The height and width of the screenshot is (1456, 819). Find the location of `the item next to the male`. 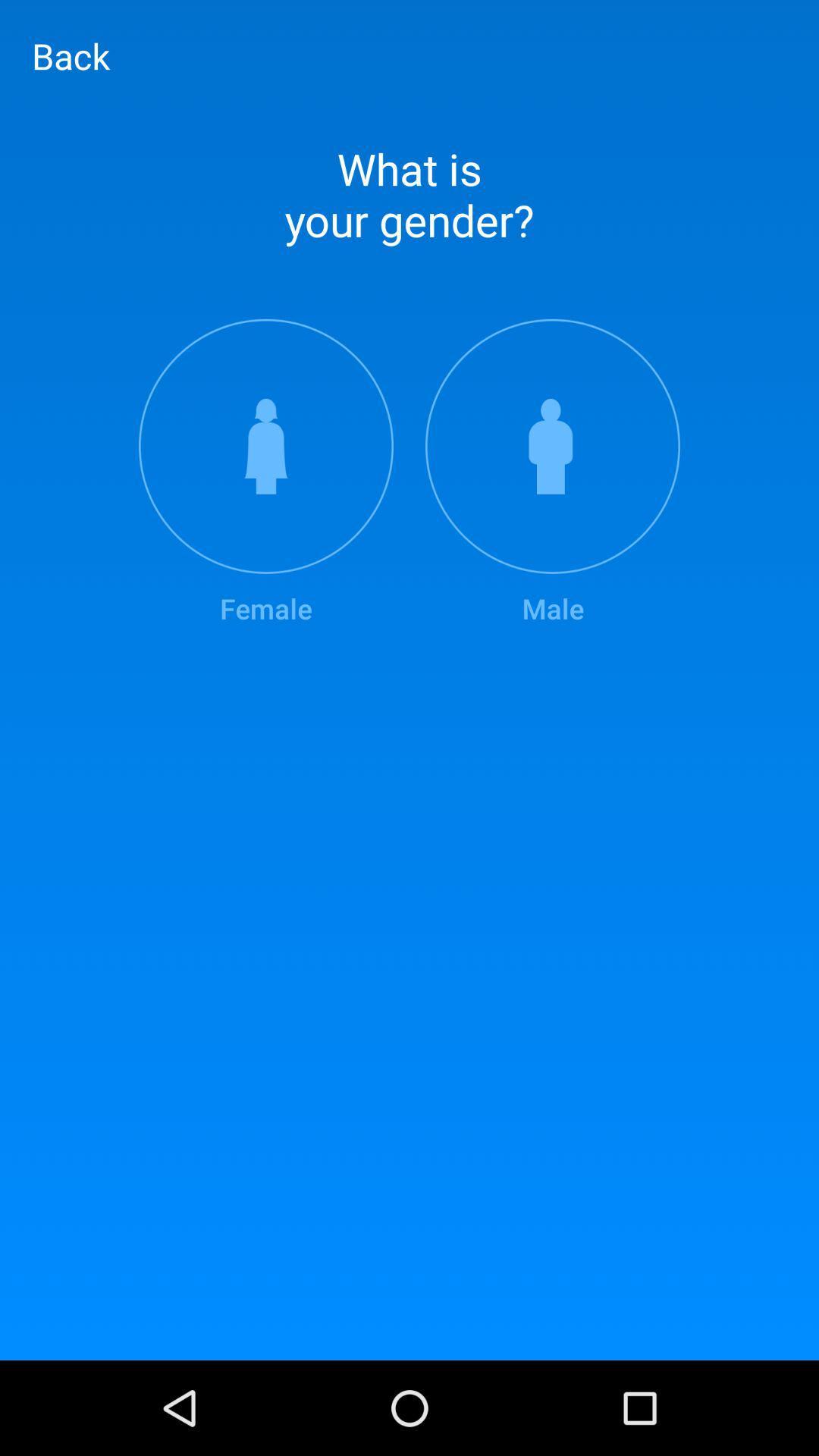

the item next to the male is located at coordinates (265, 472).